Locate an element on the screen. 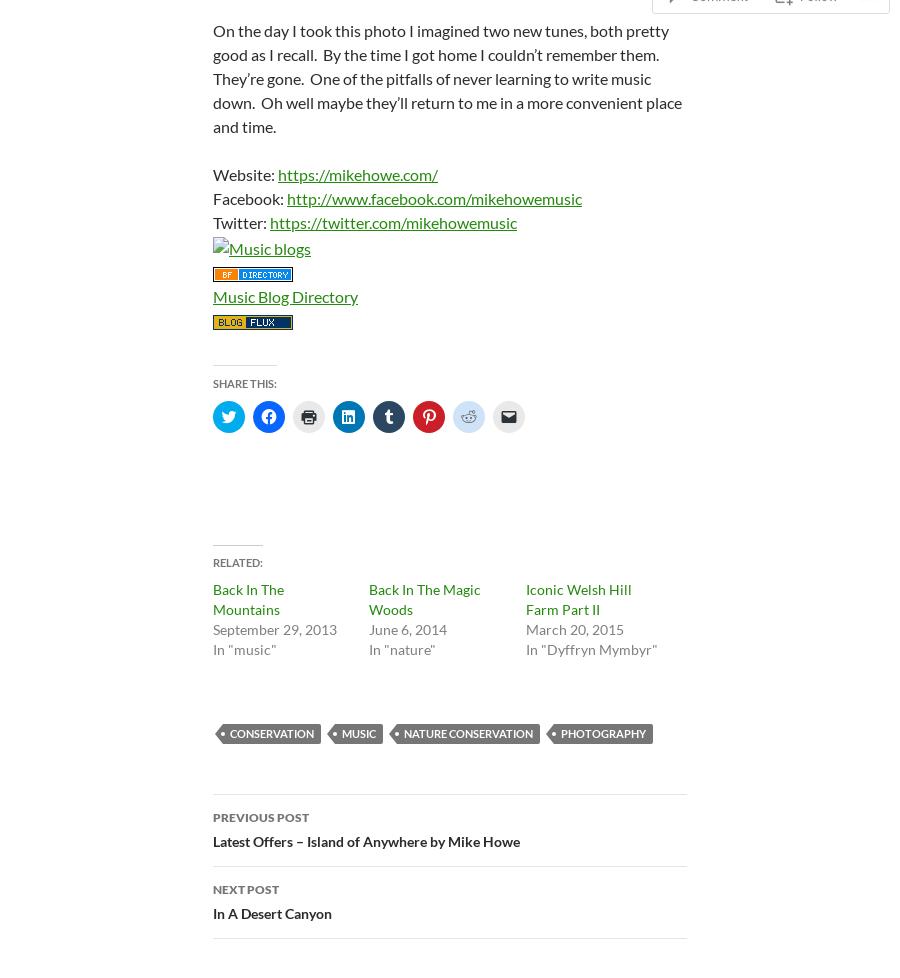  'music' is located at coordinates (359, 732).